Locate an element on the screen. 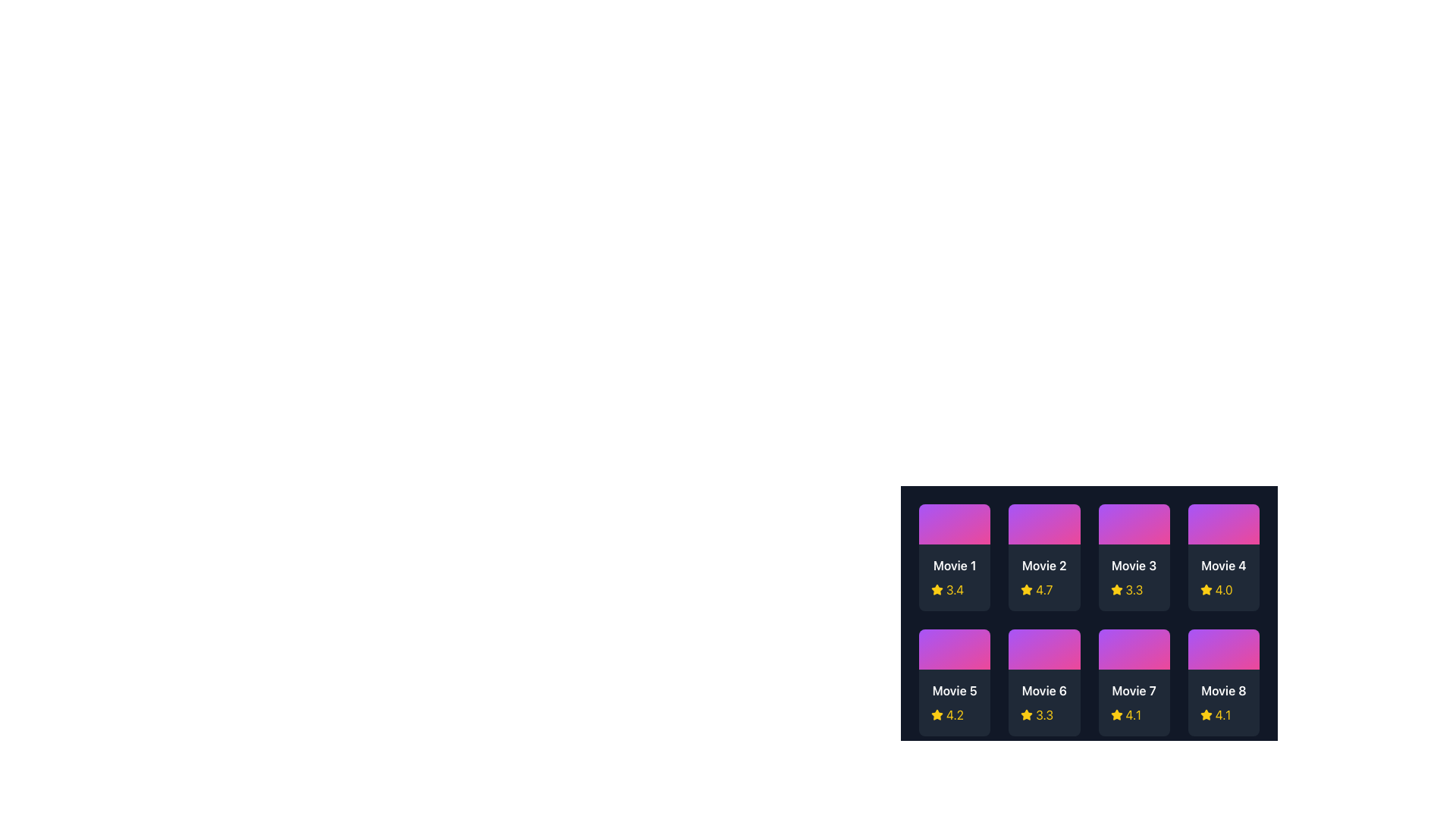 This screenshot has height=819, width=1456. the yellow star-shaped rating icon for 'Movie 7', located below the title and adjacent to the rating text '4.1' is located at coordinates (1116, 714).